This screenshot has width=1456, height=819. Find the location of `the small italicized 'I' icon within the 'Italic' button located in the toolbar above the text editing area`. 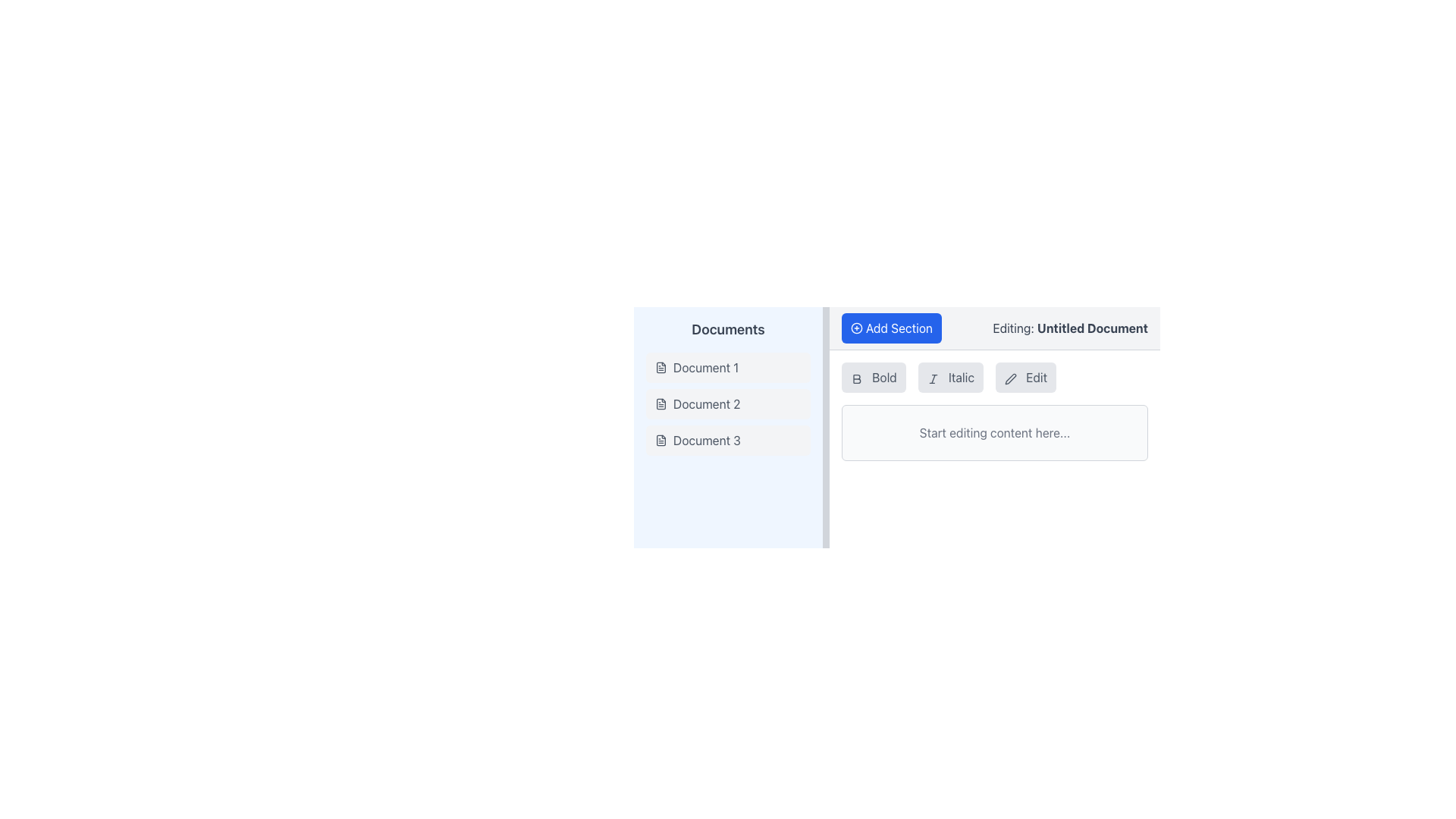

the small italicized 'I' icon within the 'Italic' button located in the toolbar above the text editing area is located at coordinates (932, 378).